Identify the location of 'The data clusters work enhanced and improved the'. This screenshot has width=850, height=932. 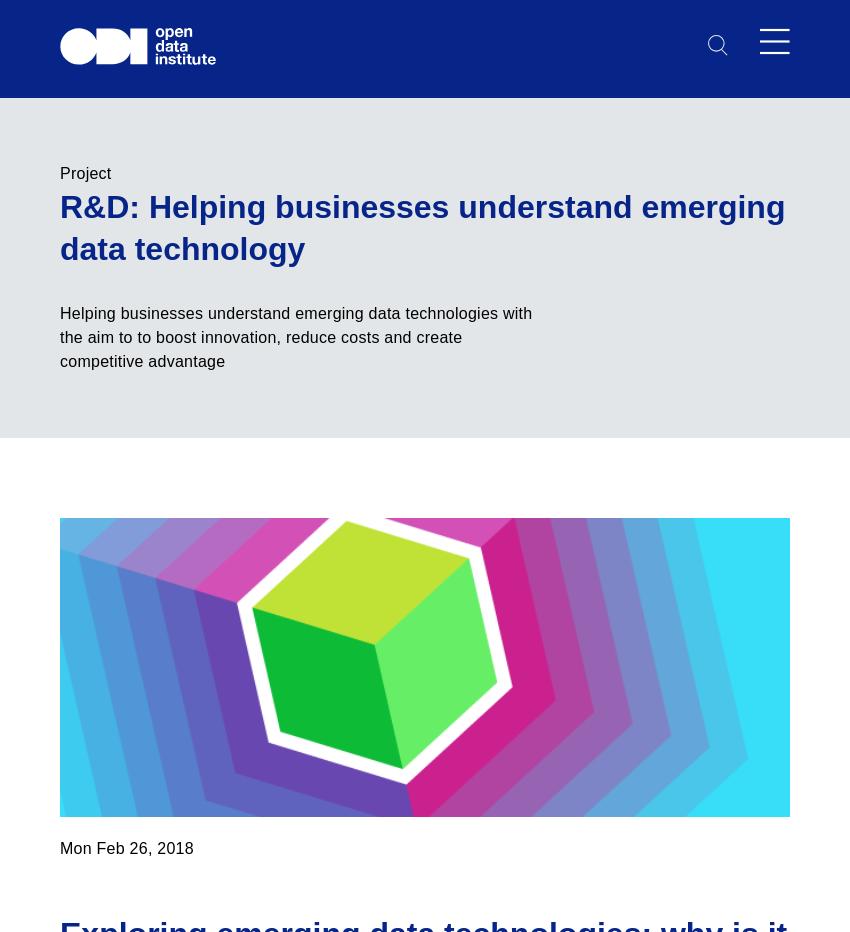
(249, 352).